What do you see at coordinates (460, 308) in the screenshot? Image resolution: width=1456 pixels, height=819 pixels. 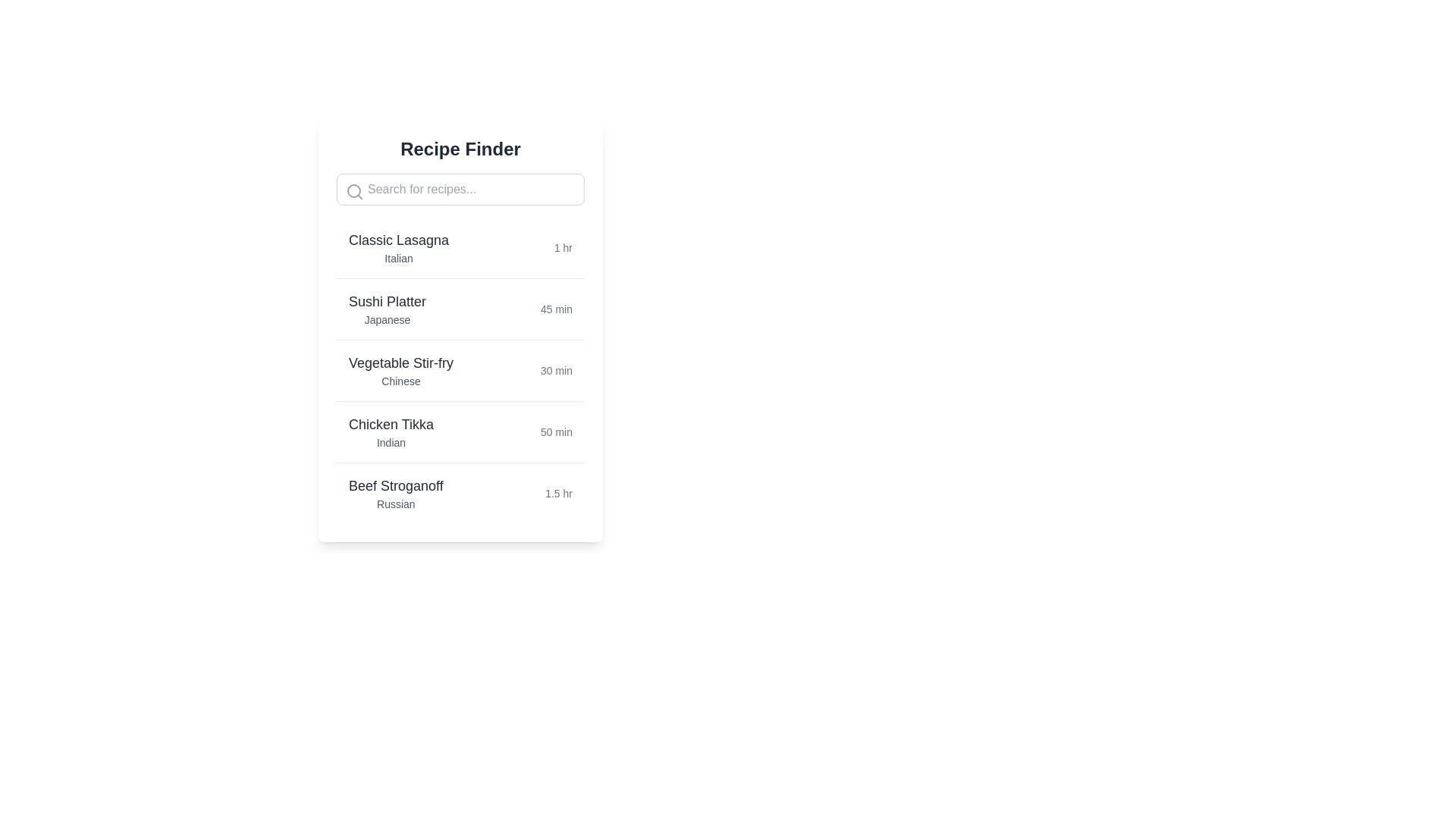 I see `the selectable menu item for 'Sushi Platter'` at bounding box center [460, 308].